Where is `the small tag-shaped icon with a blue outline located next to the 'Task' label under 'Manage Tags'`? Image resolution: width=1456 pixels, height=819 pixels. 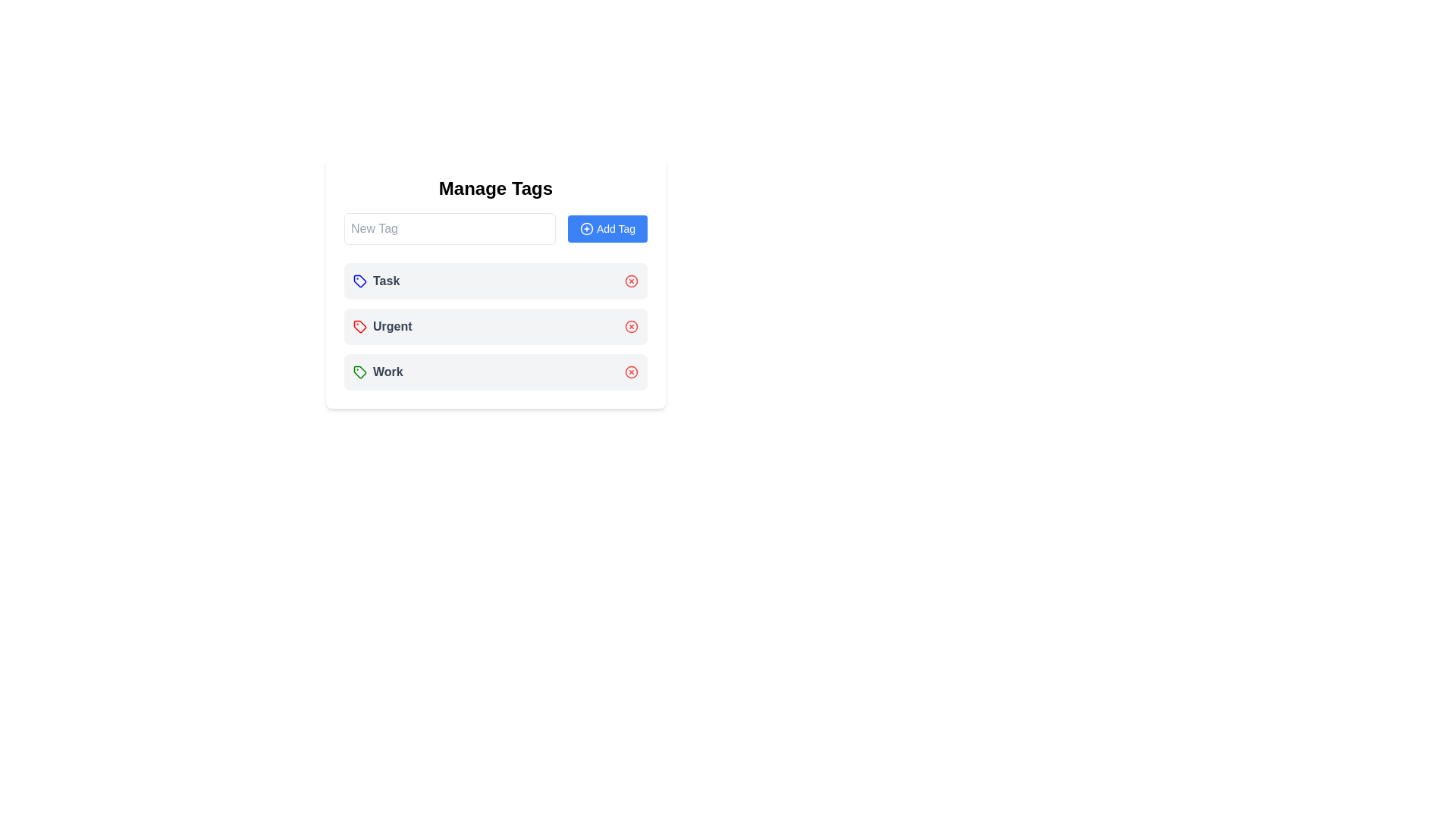
the small tag-shaped icon with a blue outline located next to the 'Task' label under 'Manage Tags' is located at coordinates (359, 281).